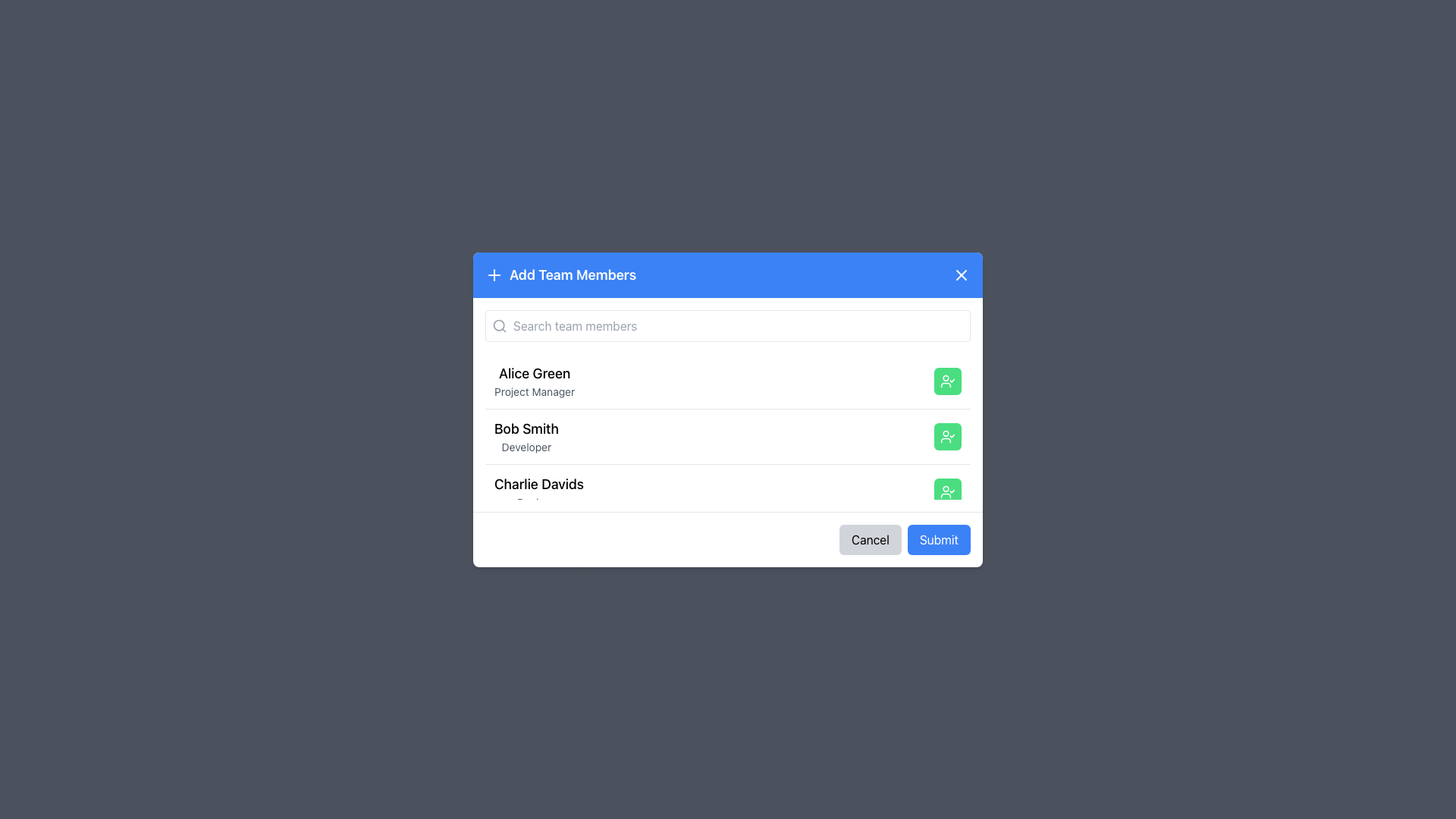  I want to click on the Close Button (X Icon) located in the upper right corner of the modal dialog, so click(960, 275).